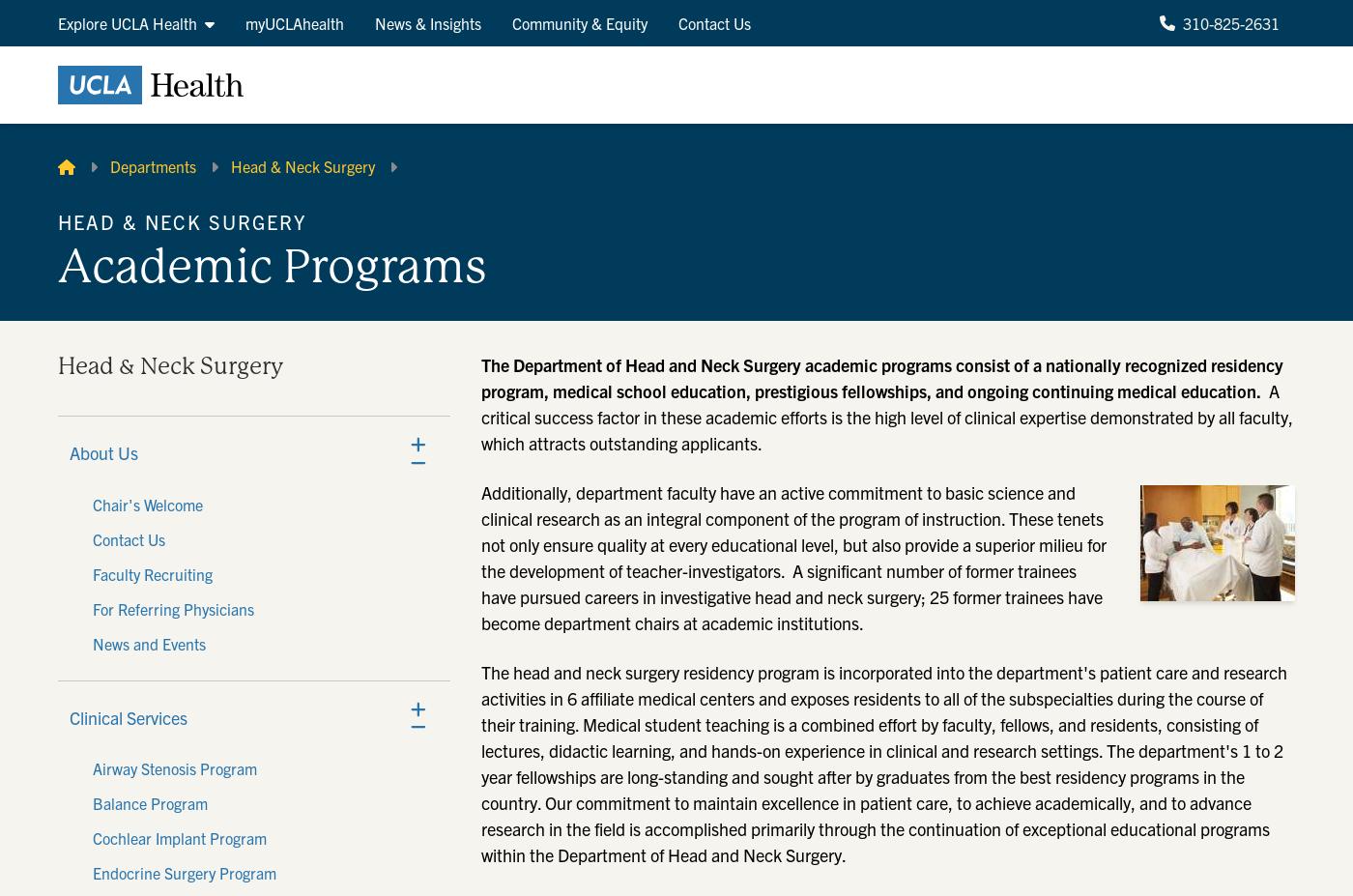 This screenshot has height=896, width=1353. Describe the element at coordinates (109, 165) in the screenshot. I see `'Departments'` at that location.